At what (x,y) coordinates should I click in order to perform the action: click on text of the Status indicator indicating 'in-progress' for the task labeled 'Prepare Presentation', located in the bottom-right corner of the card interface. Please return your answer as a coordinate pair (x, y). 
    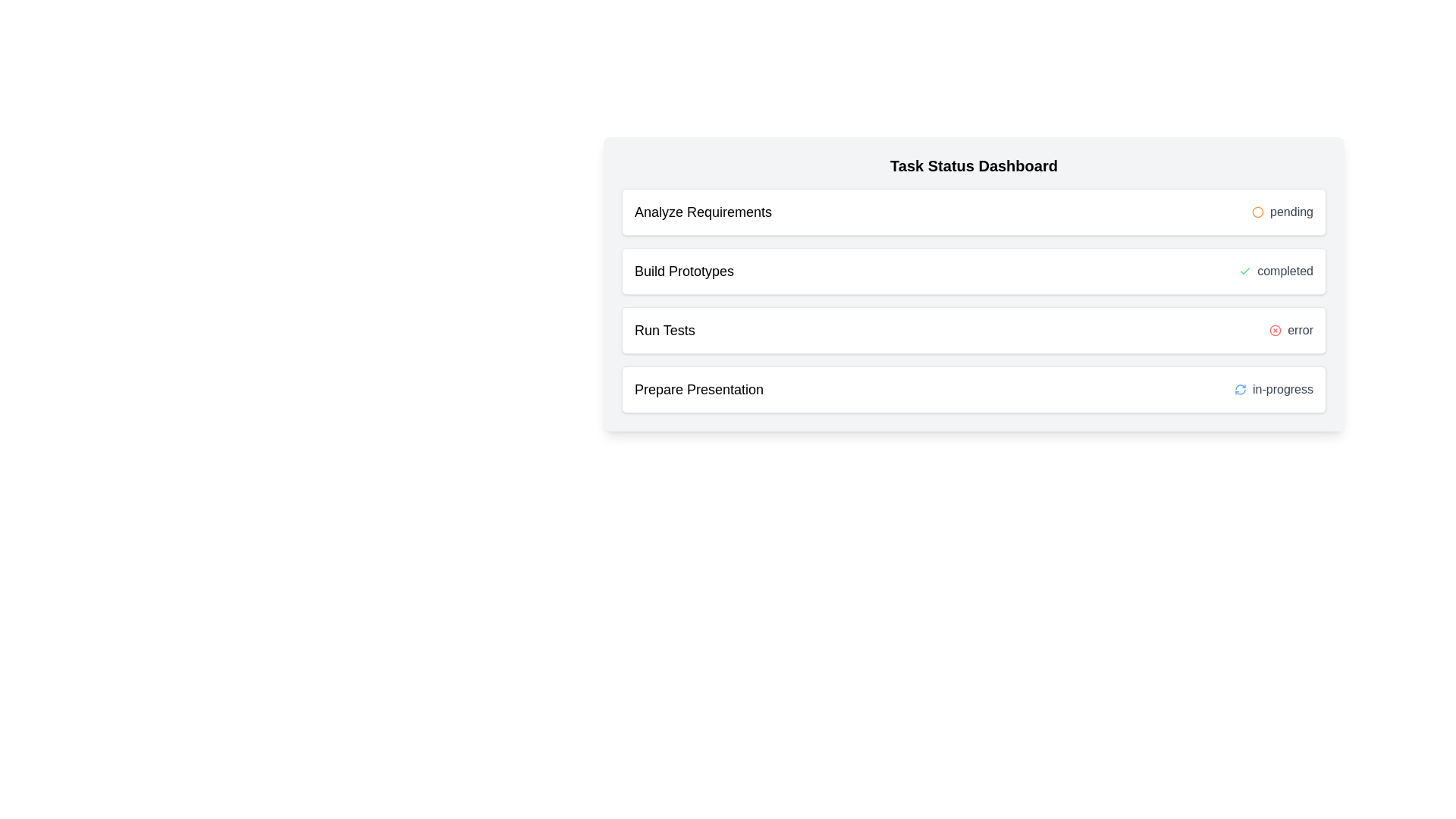
    Looking at the image, I should click on (1274, 388).